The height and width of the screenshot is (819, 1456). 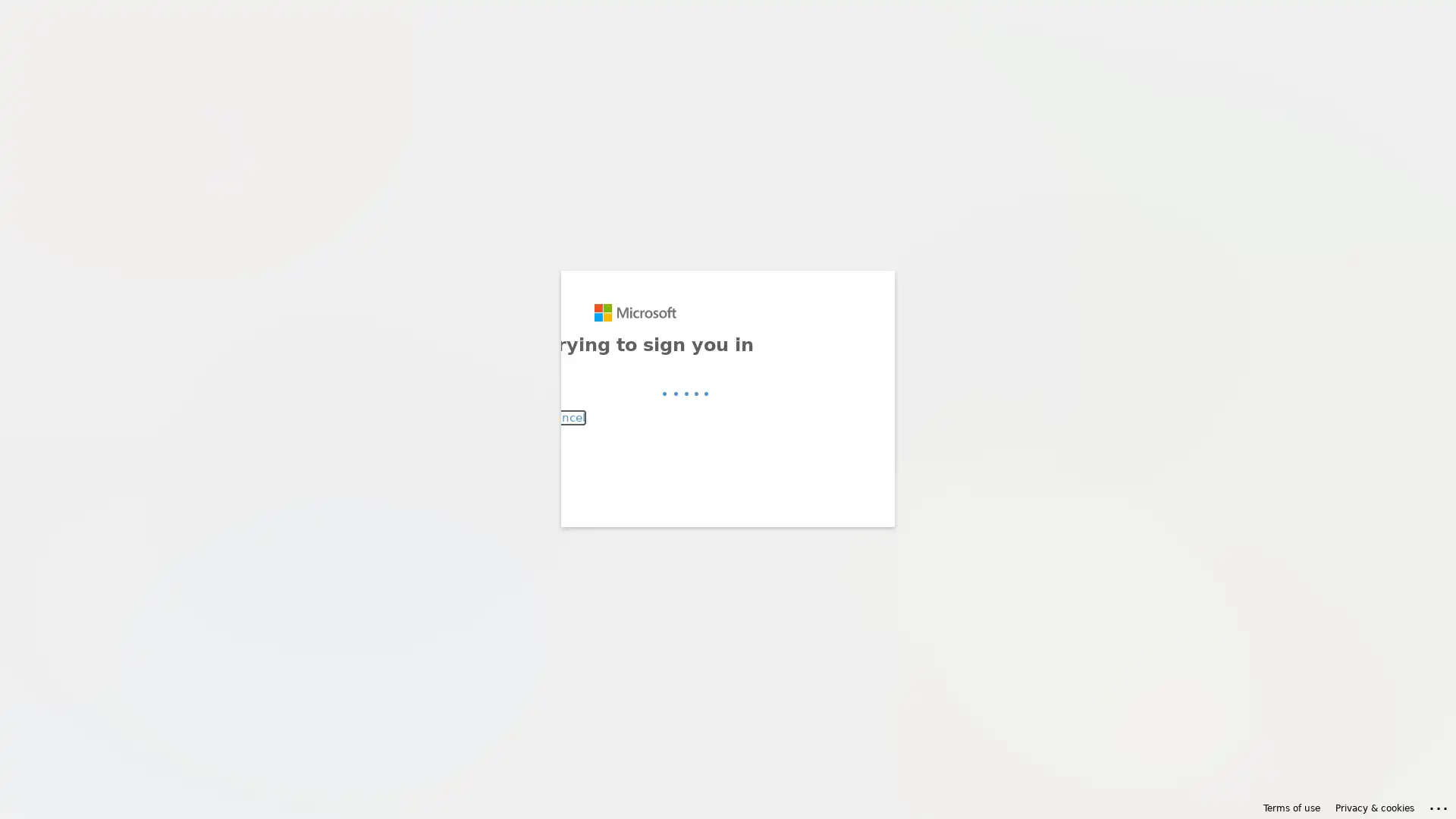 What do you see at coordinates (1439, 805) in the screenshot?
I see `Click here for troubleshooting information` at bounding box center [1439, 805].